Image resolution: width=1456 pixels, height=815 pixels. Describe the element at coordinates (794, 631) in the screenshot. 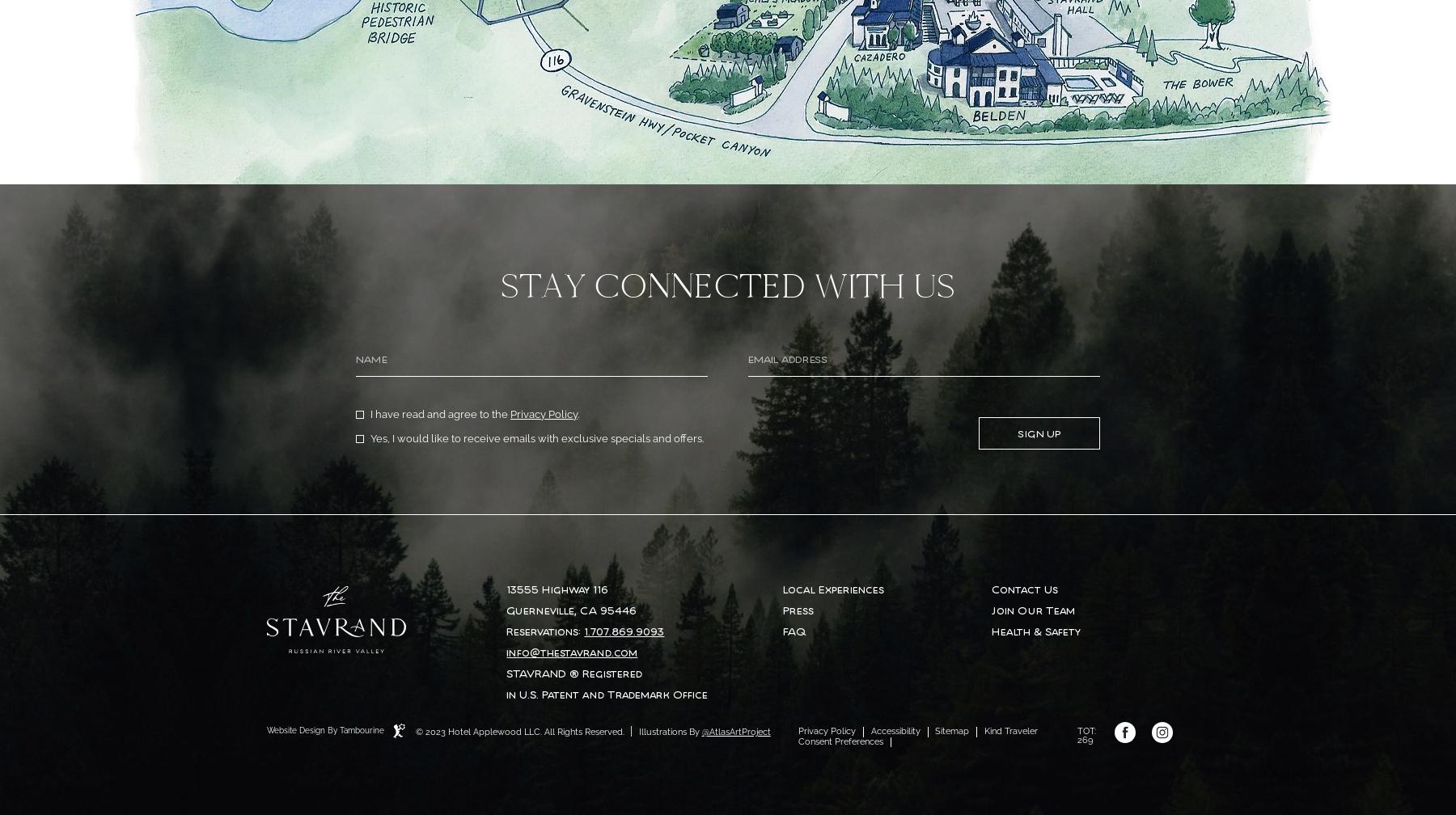

I see `'FAQ'` at that location.